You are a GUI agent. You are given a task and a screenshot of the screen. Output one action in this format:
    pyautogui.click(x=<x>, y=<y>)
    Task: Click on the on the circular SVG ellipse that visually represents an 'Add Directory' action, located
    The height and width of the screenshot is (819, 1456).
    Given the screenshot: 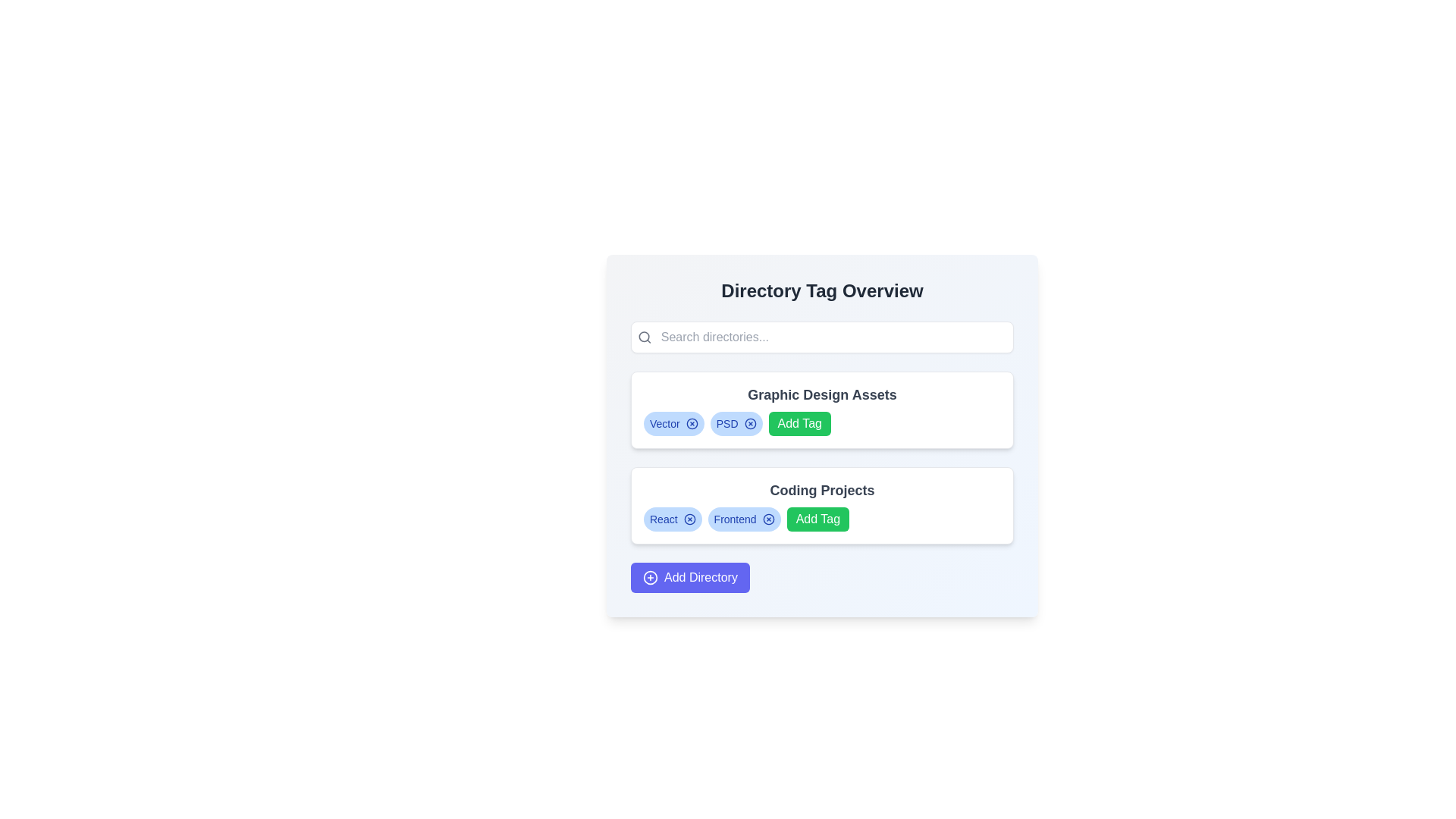 What is the action you would take?
    pyautogui.click(x=651, y=578)
    